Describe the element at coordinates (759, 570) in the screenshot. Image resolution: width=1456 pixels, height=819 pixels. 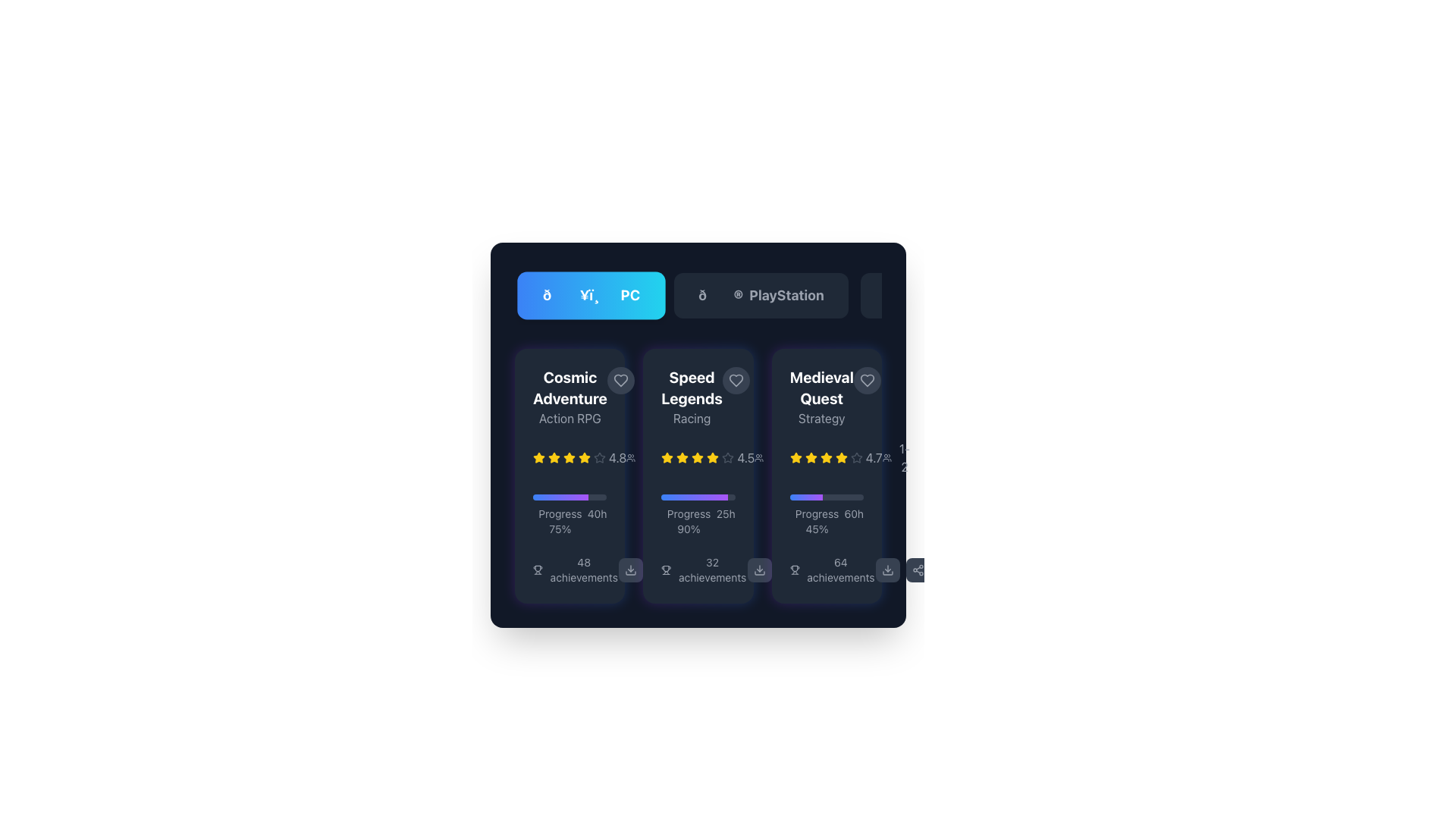
I see `the download button located at the bottom-right corner of the 'Speed Legends' card` at that location.